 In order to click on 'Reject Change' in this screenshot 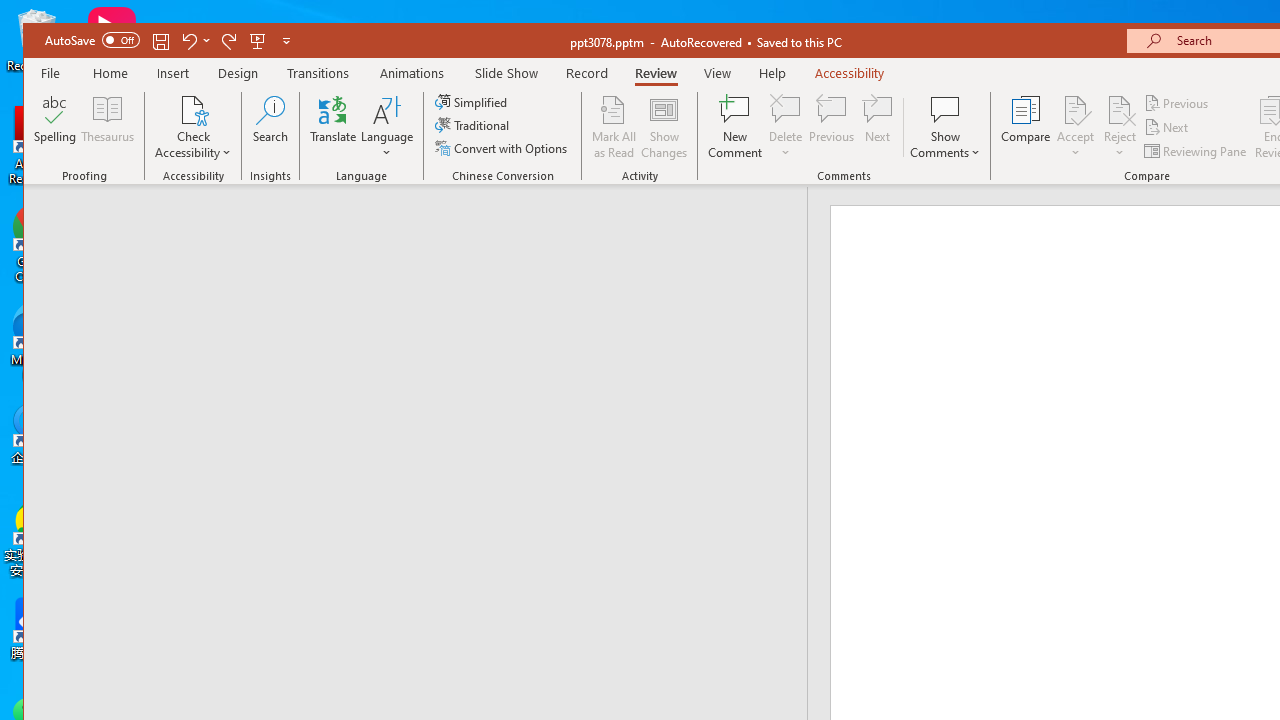, I will do `click(1120, 109)`.